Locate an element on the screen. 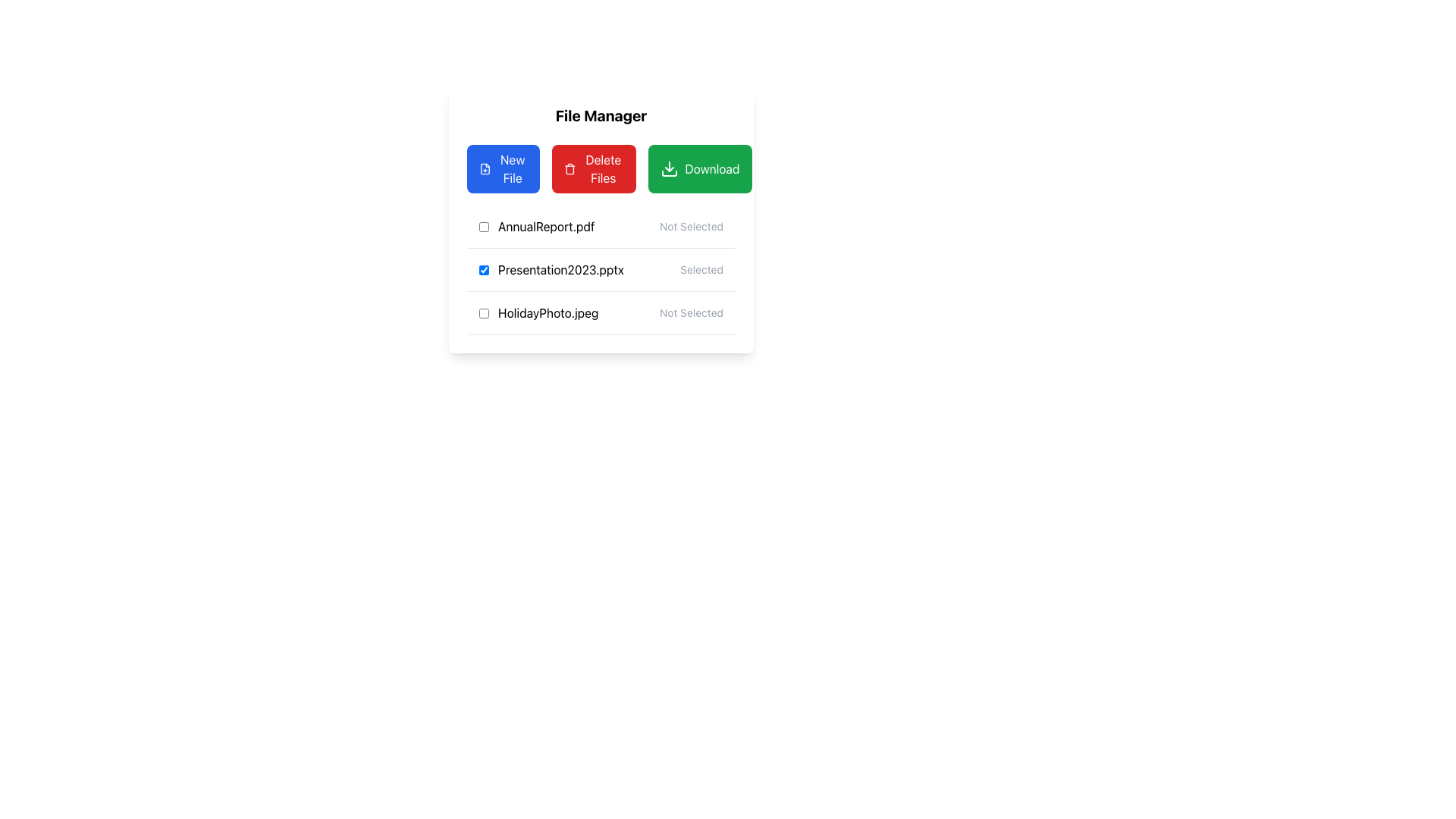  the download icon located within the 'Download' button in the top-right corner of the 'File Manager' panel to initiate the download action is located at coordinates (669, 169).